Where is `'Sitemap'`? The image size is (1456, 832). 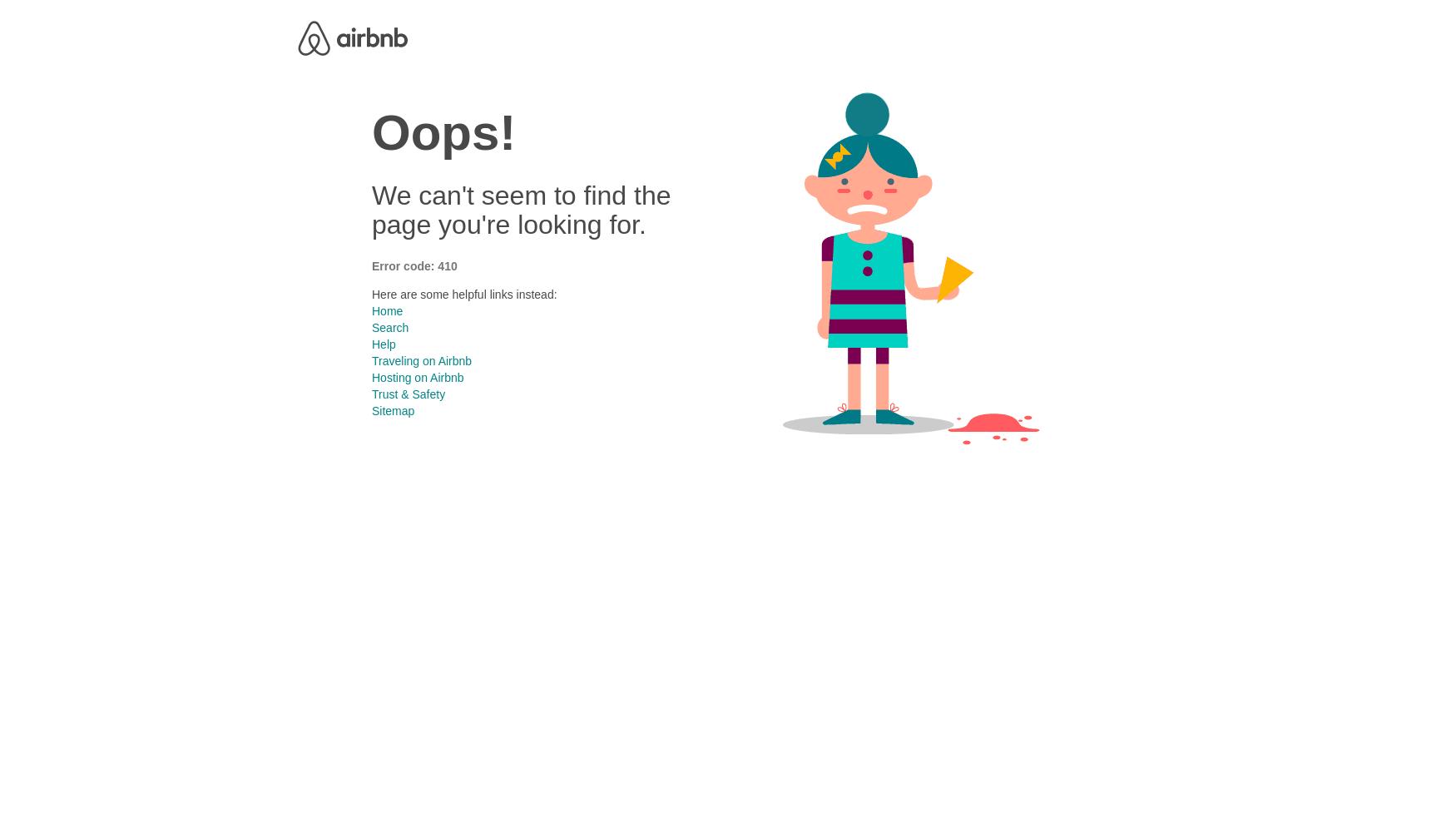
'Sitemap' is located at coordinates (393, 409).